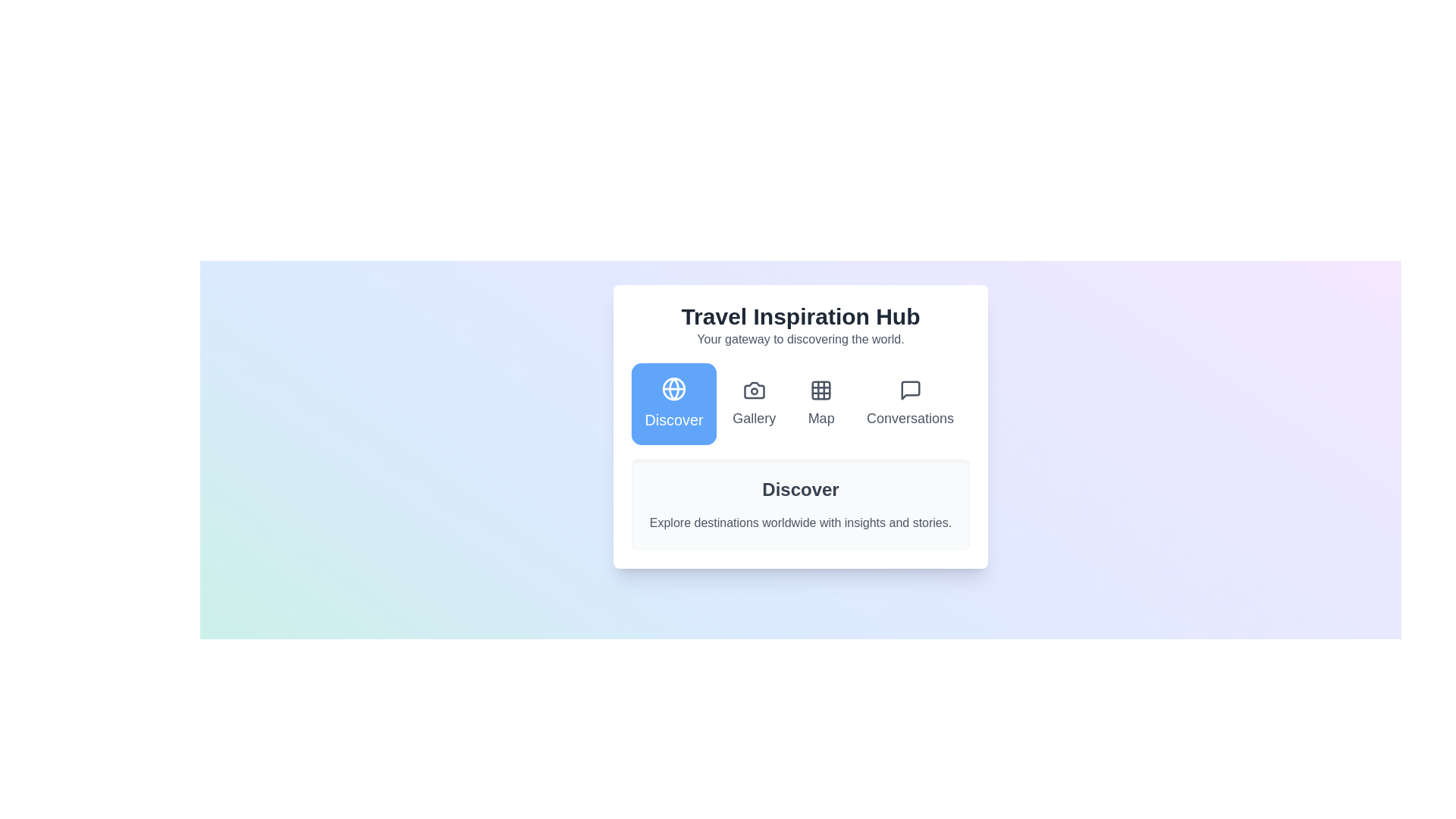 This screenshot has height=819, width=1456. What do you see at coordinates (821, 403) in the screenshot?
I see `the 'Map' button located` at bounding box center [821, 403].